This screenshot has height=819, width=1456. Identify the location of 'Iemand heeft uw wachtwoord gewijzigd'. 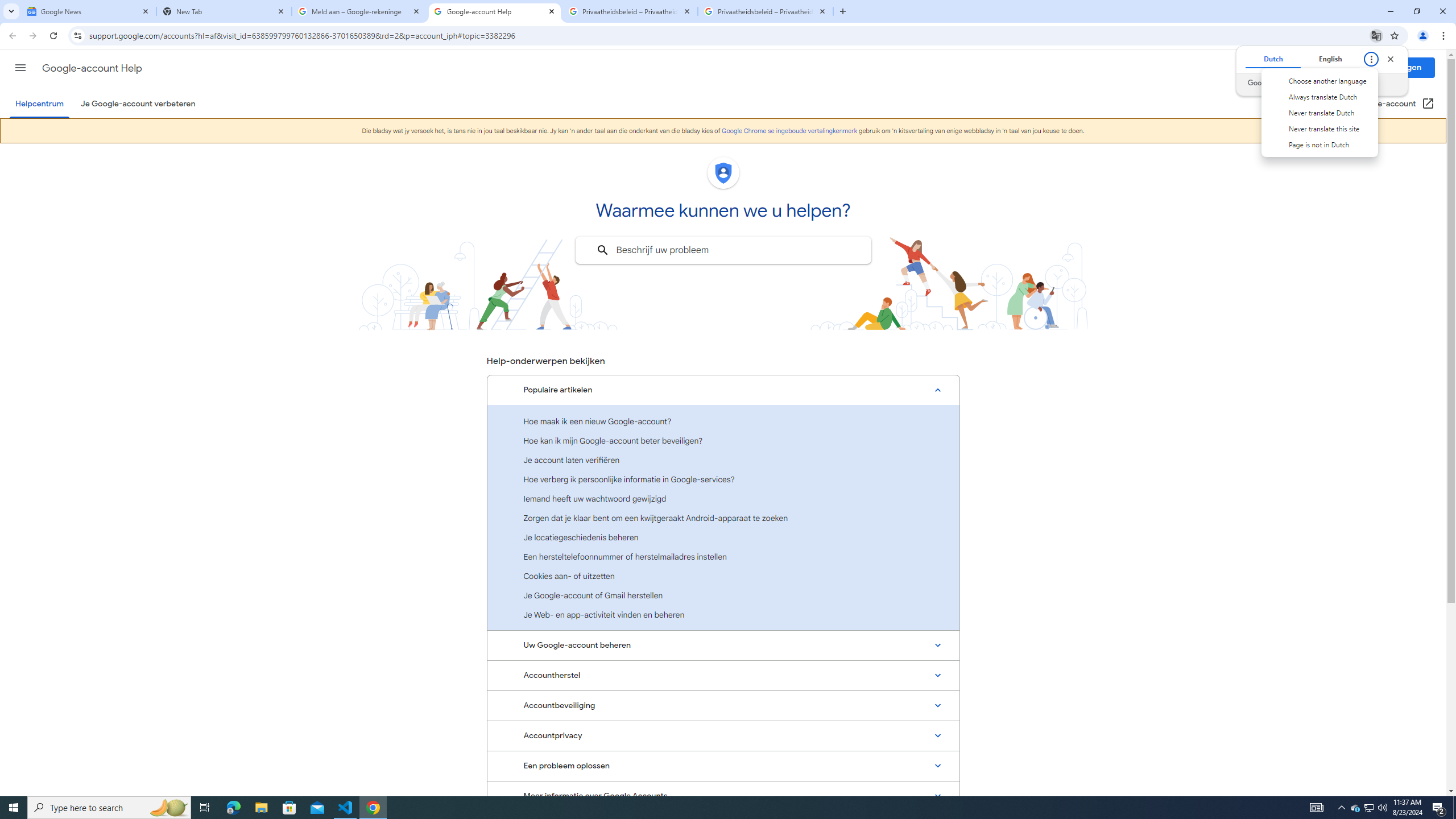
(723, 498).